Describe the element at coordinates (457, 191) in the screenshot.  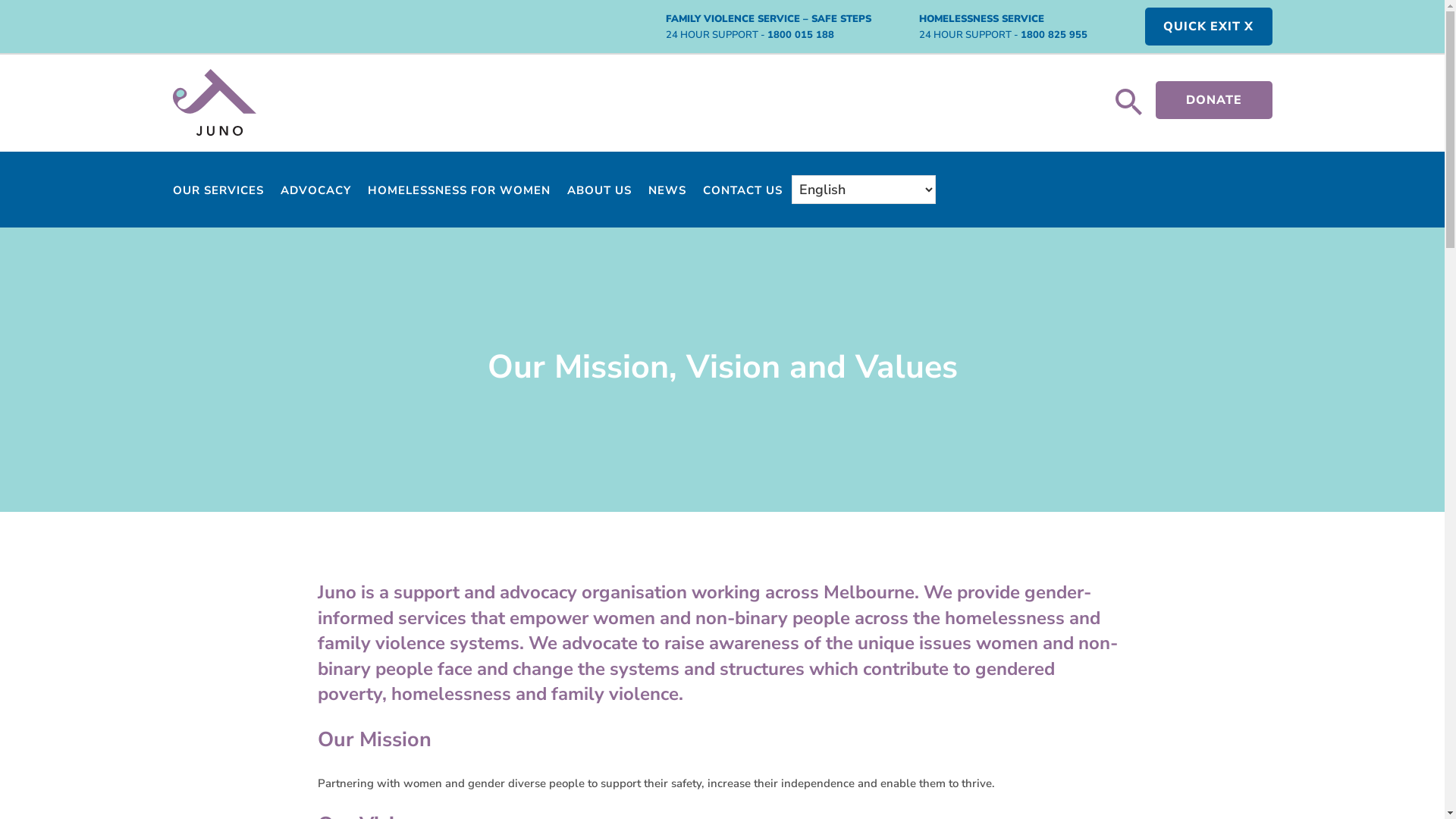
I see `'HOMELESSNESS FOR WOMEN'` at that location.